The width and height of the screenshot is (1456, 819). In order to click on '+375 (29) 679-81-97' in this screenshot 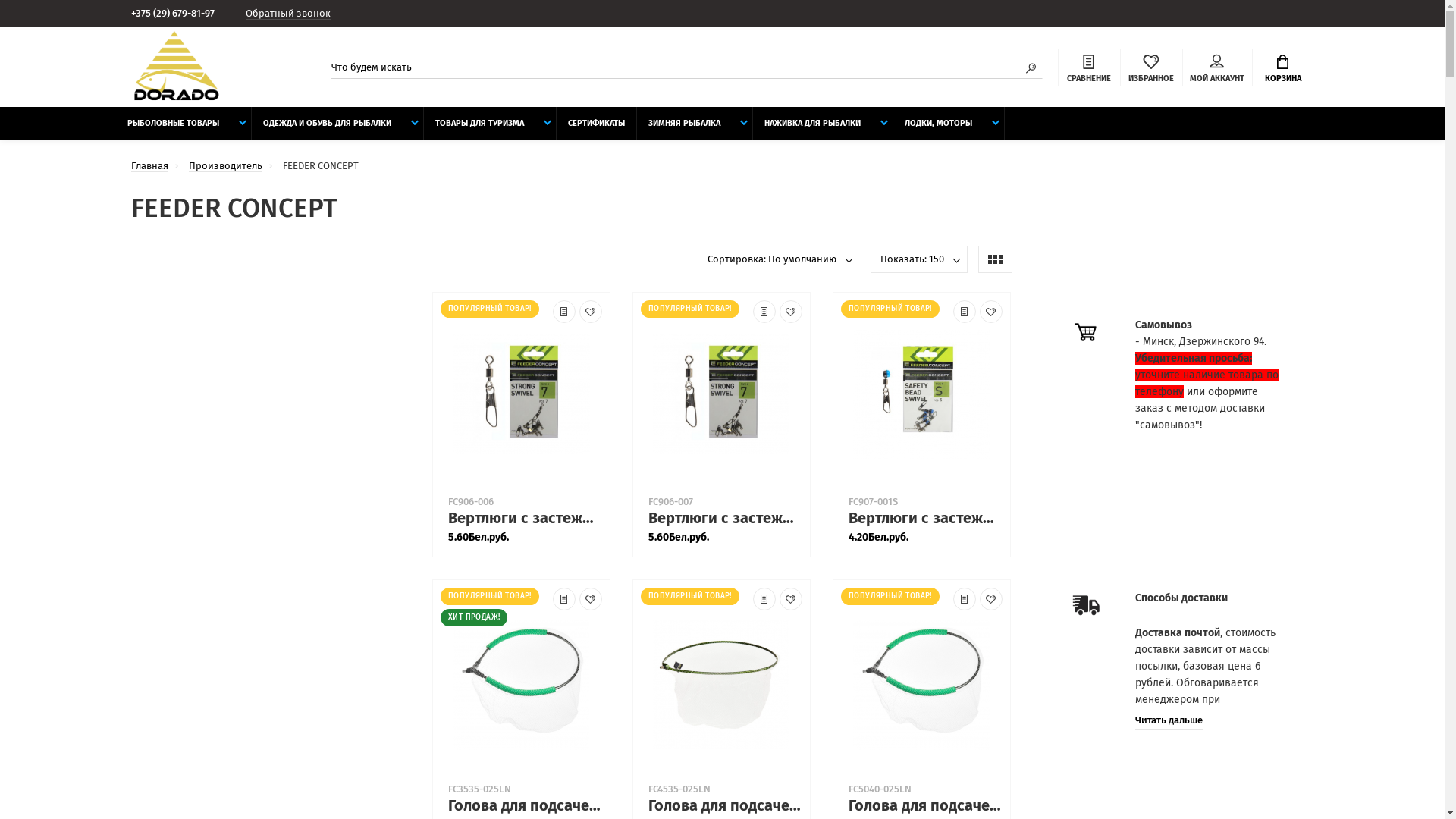, I will do `click(178, 13)`.